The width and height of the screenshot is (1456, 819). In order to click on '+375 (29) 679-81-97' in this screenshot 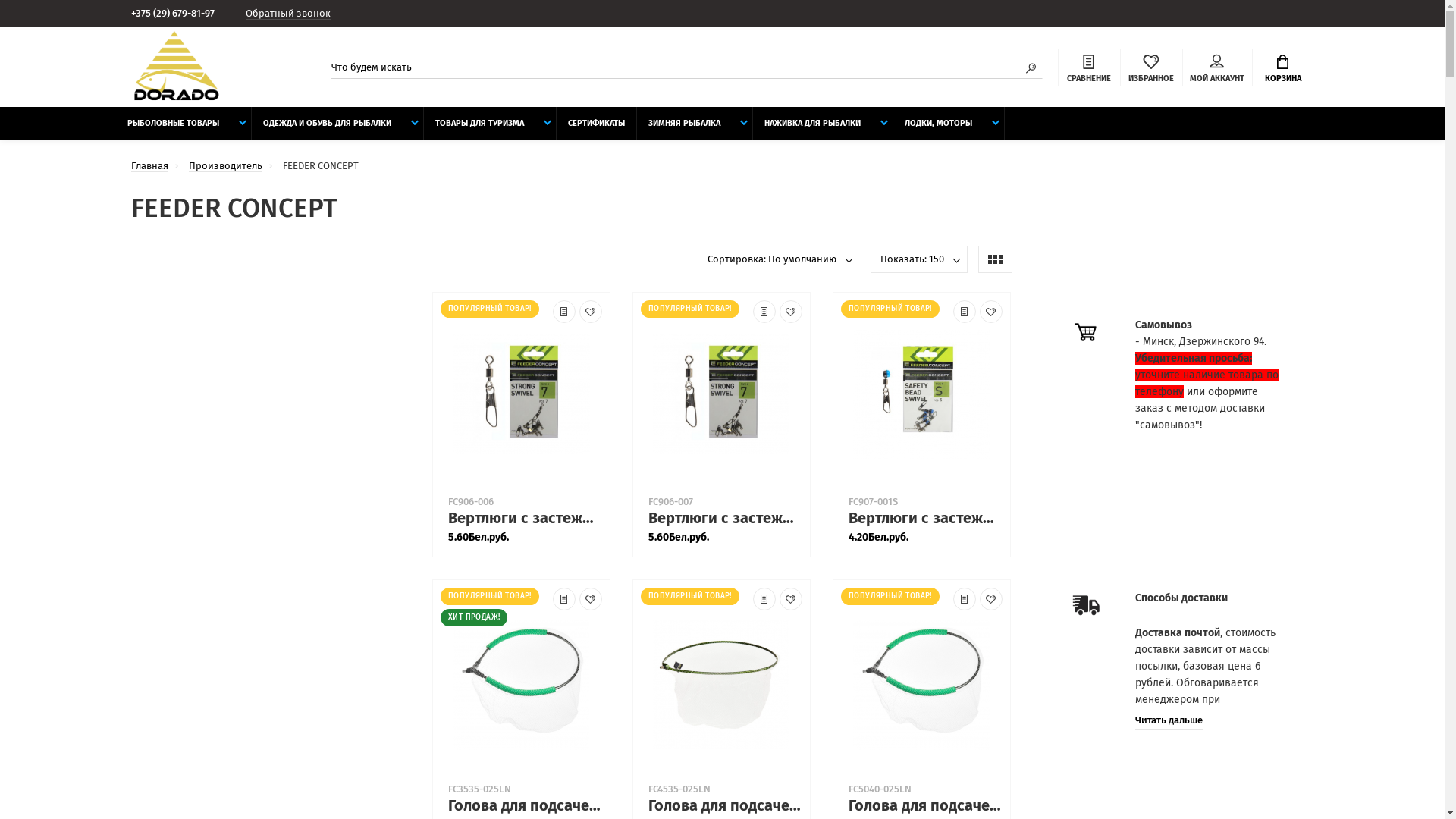, I will do `click(178, 13)`.